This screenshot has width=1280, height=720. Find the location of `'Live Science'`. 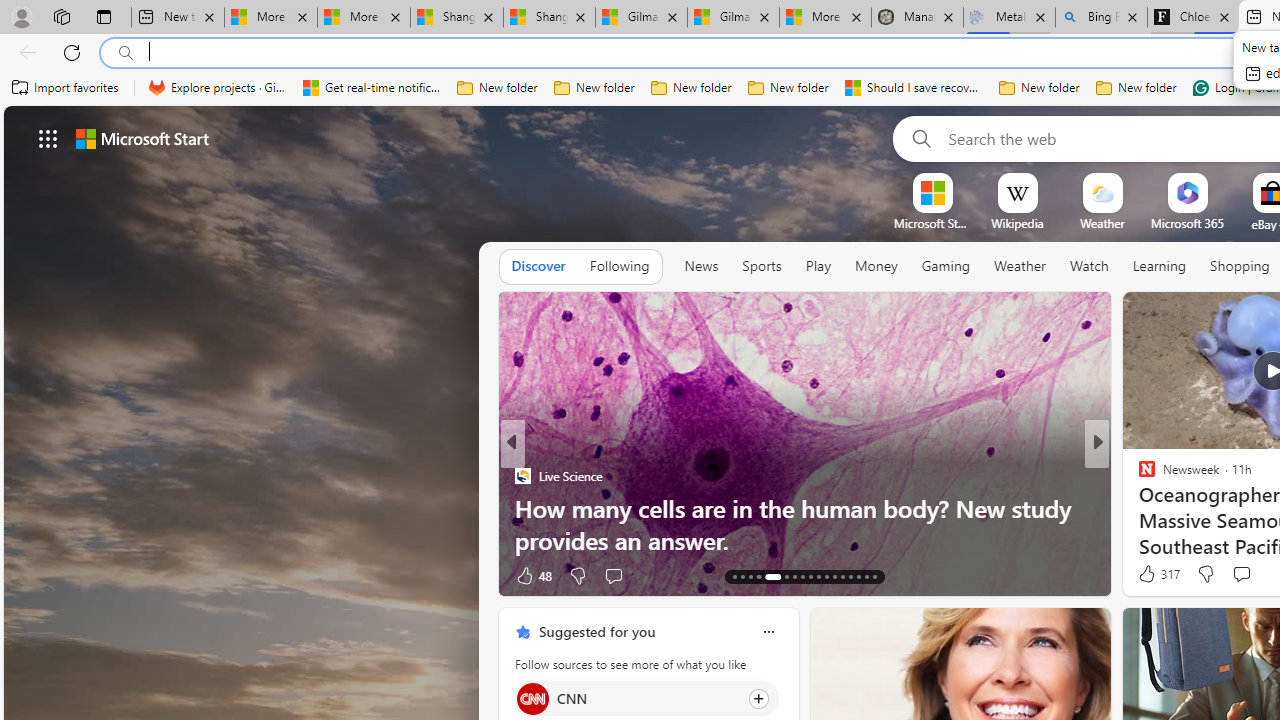

'Live Science' is located at coordinates (522, 475).